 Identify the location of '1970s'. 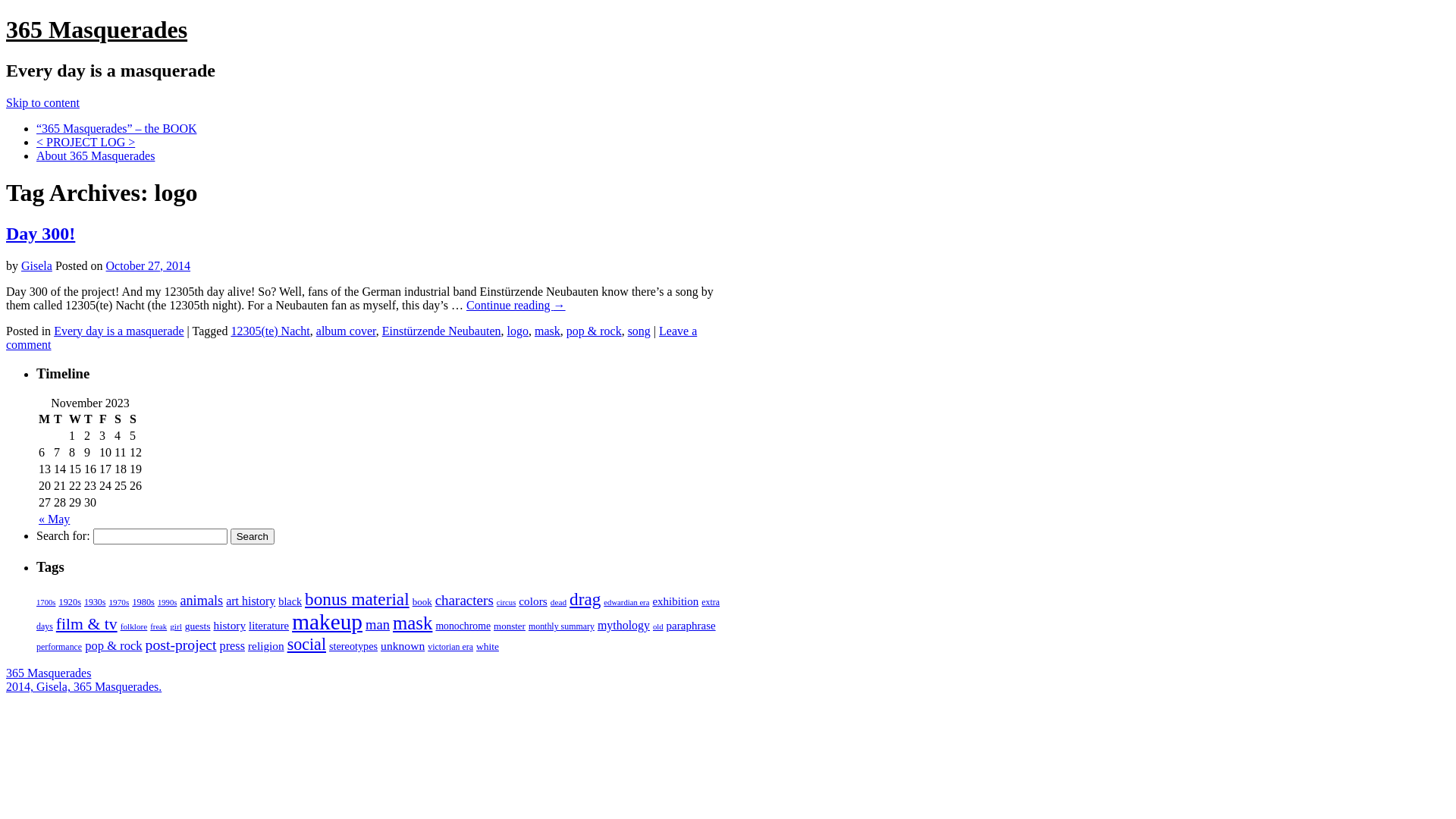
(118, 601).